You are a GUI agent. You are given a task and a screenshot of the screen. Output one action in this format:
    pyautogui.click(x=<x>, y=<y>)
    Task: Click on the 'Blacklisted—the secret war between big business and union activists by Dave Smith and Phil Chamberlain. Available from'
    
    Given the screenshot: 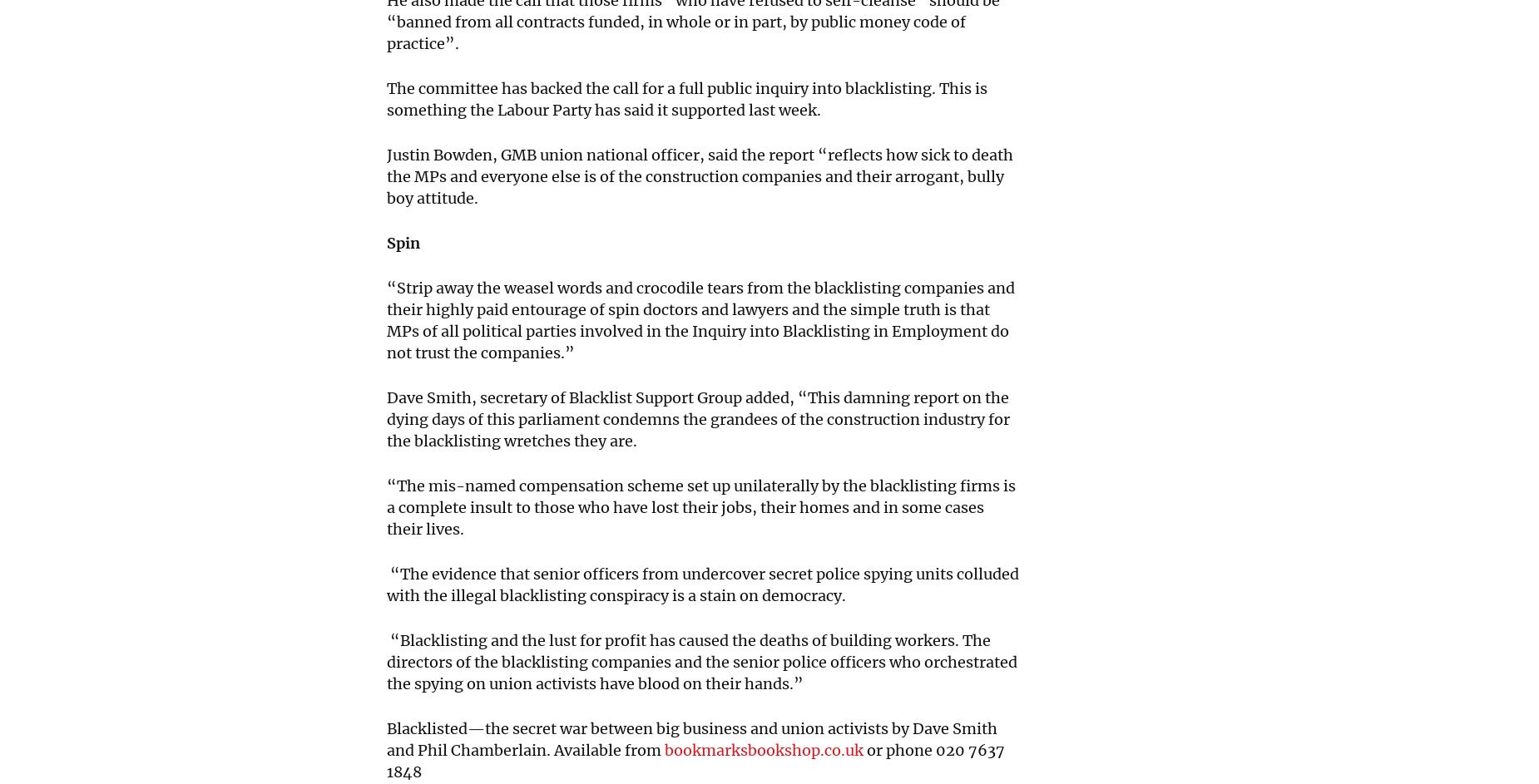 What is the action you would take?
    pyautogui.click(x=691, y=739)
    